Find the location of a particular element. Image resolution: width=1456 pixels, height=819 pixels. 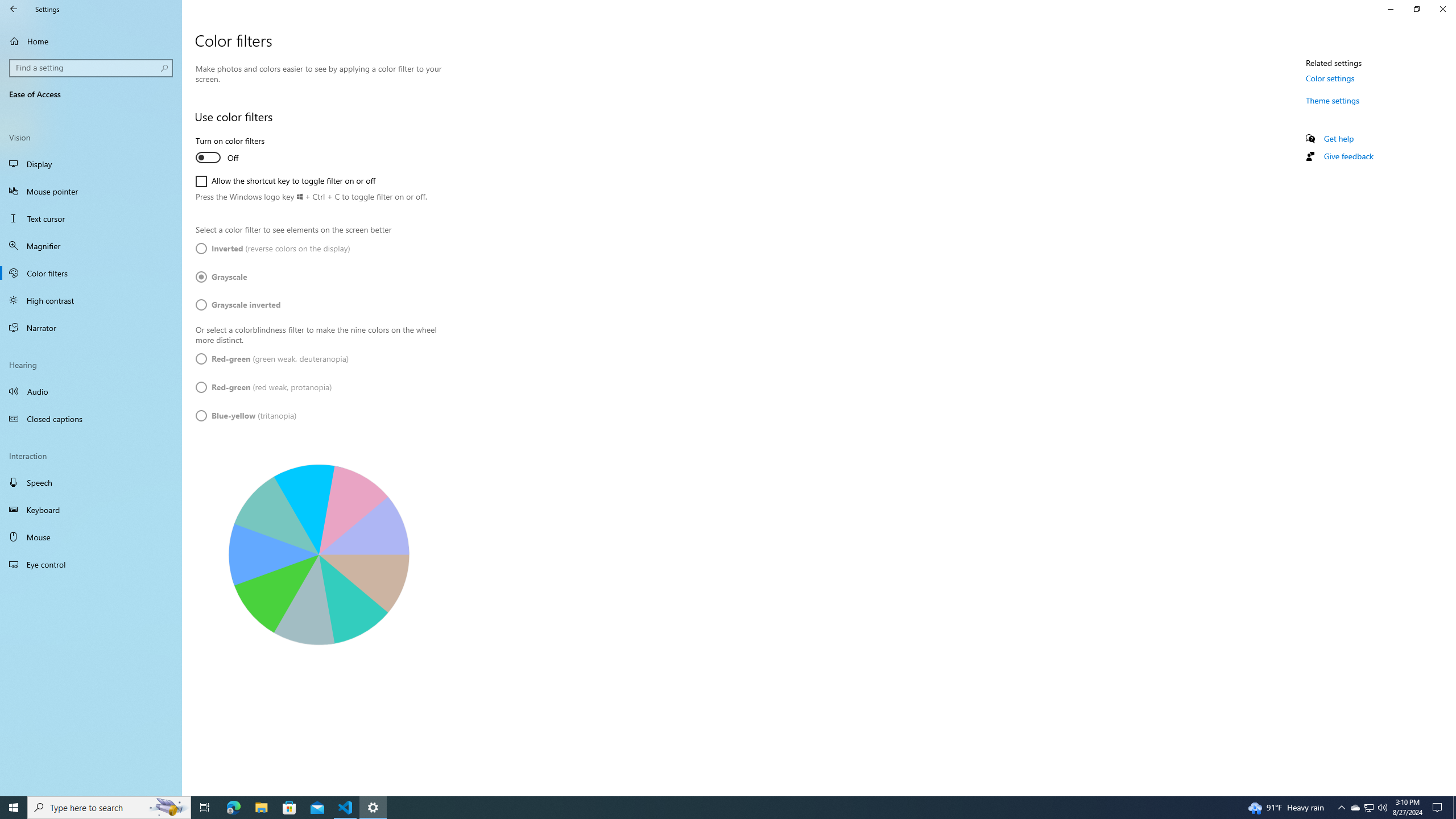

'Home' is located at coordinates (90, 41).